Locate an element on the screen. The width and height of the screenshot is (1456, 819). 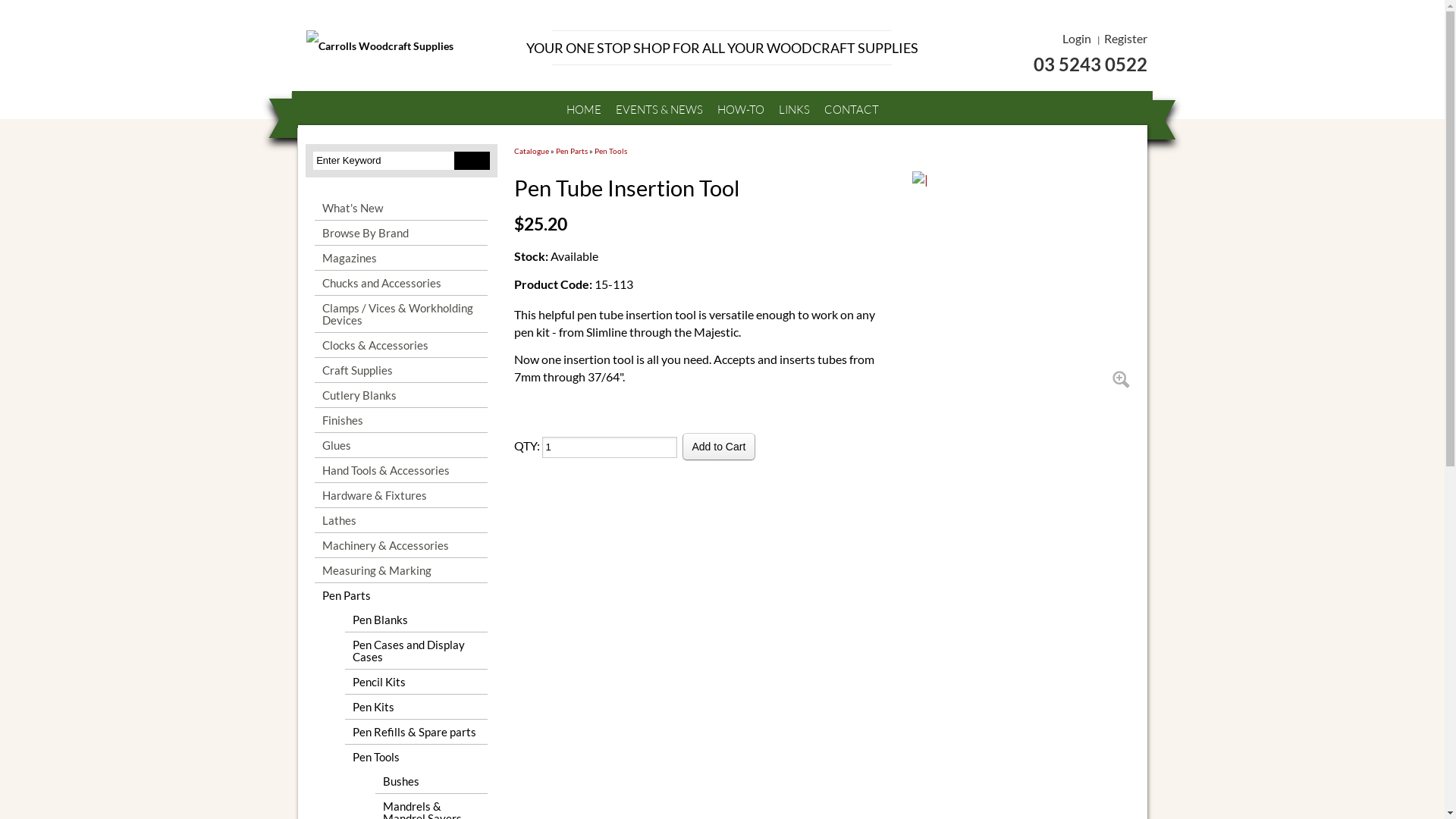
'Pen Tools' is located at coordinates (610, 151).